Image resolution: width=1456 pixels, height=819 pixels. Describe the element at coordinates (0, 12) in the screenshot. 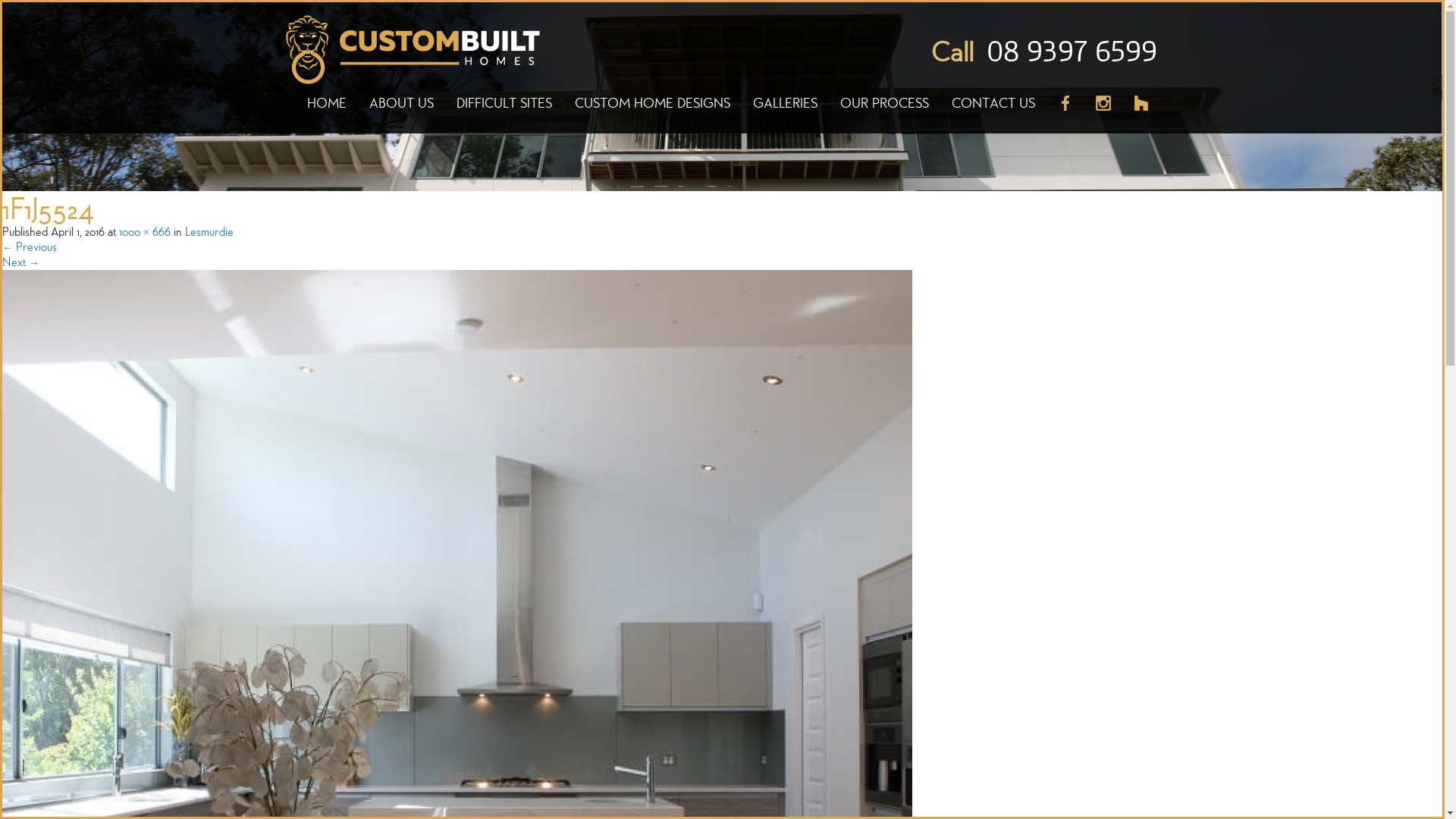

I see `'Search'` at that location.